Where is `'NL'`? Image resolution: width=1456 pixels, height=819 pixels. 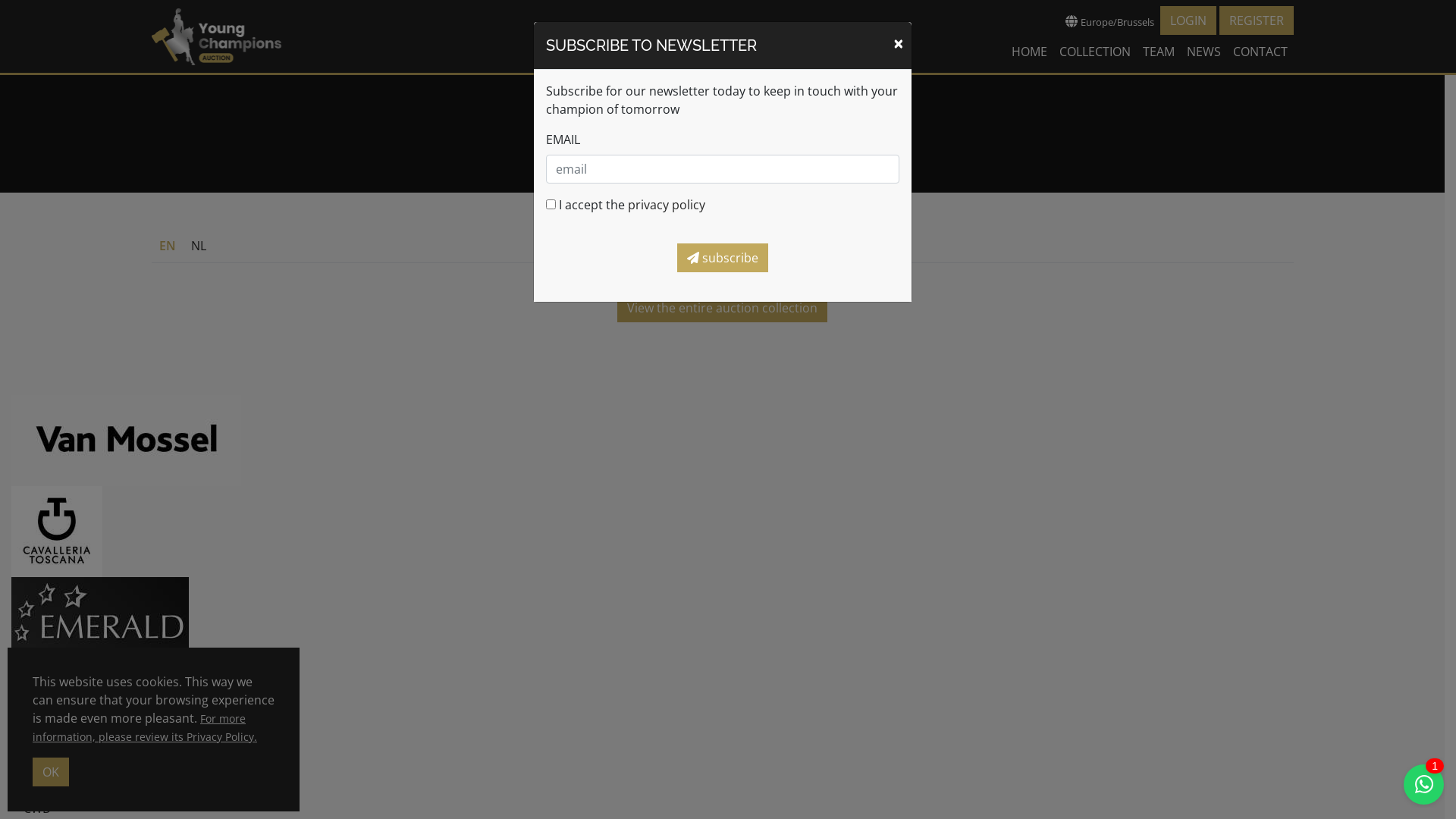 'NL' is located at coordinates (198, 245).